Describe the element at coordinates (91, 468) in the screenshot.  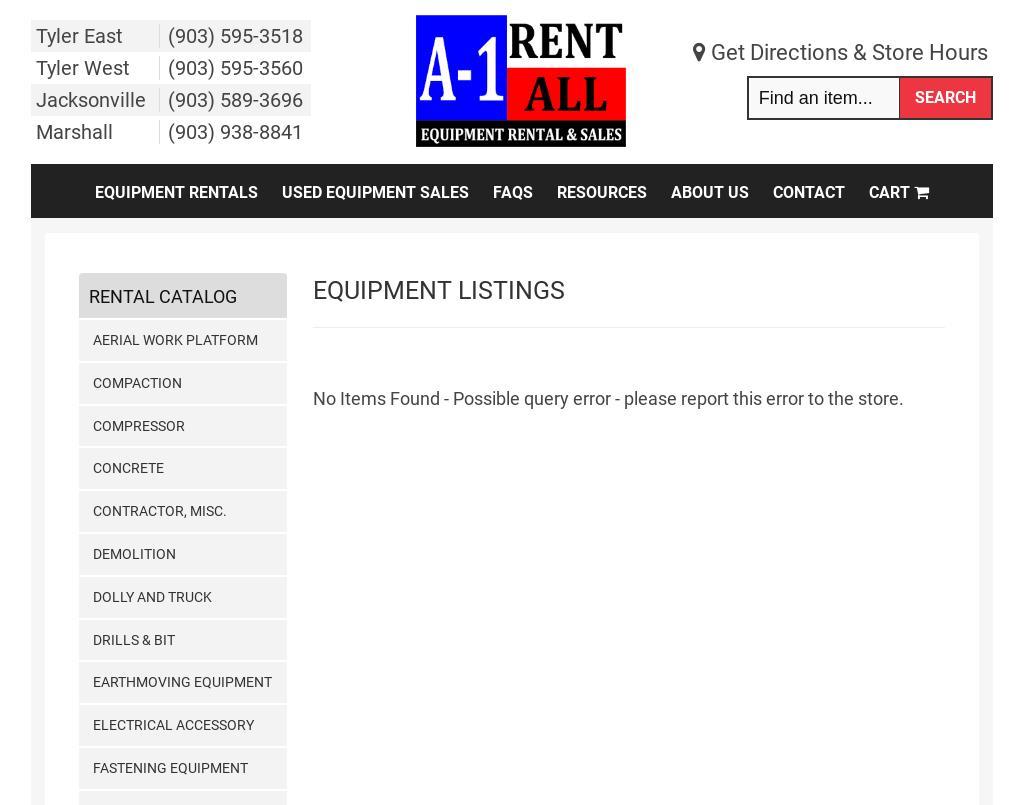
I see `'Concrete'` at that location.